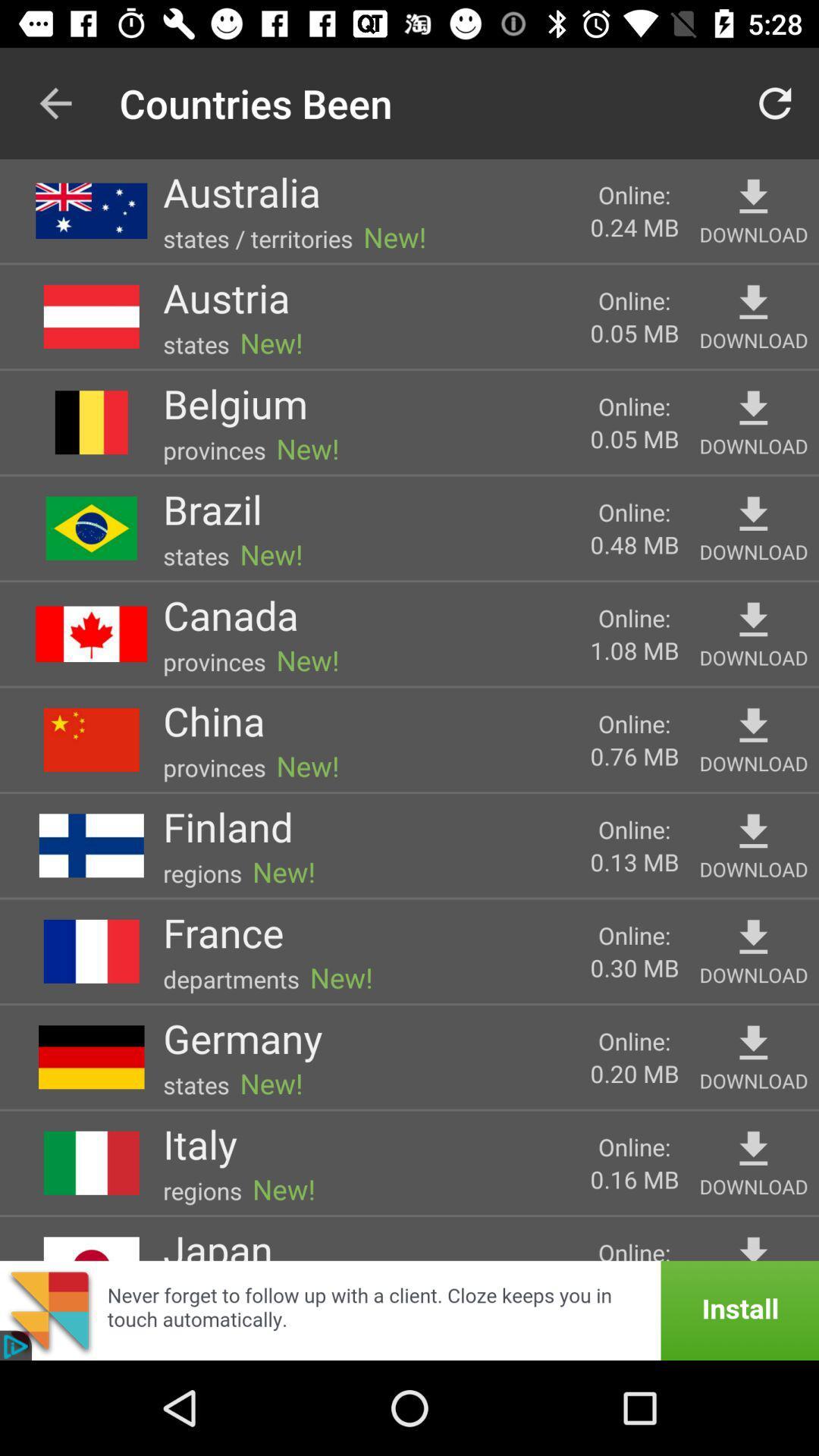 The image size is (819, 1456). I want to click on the icon next to download item, so click(635, 650).